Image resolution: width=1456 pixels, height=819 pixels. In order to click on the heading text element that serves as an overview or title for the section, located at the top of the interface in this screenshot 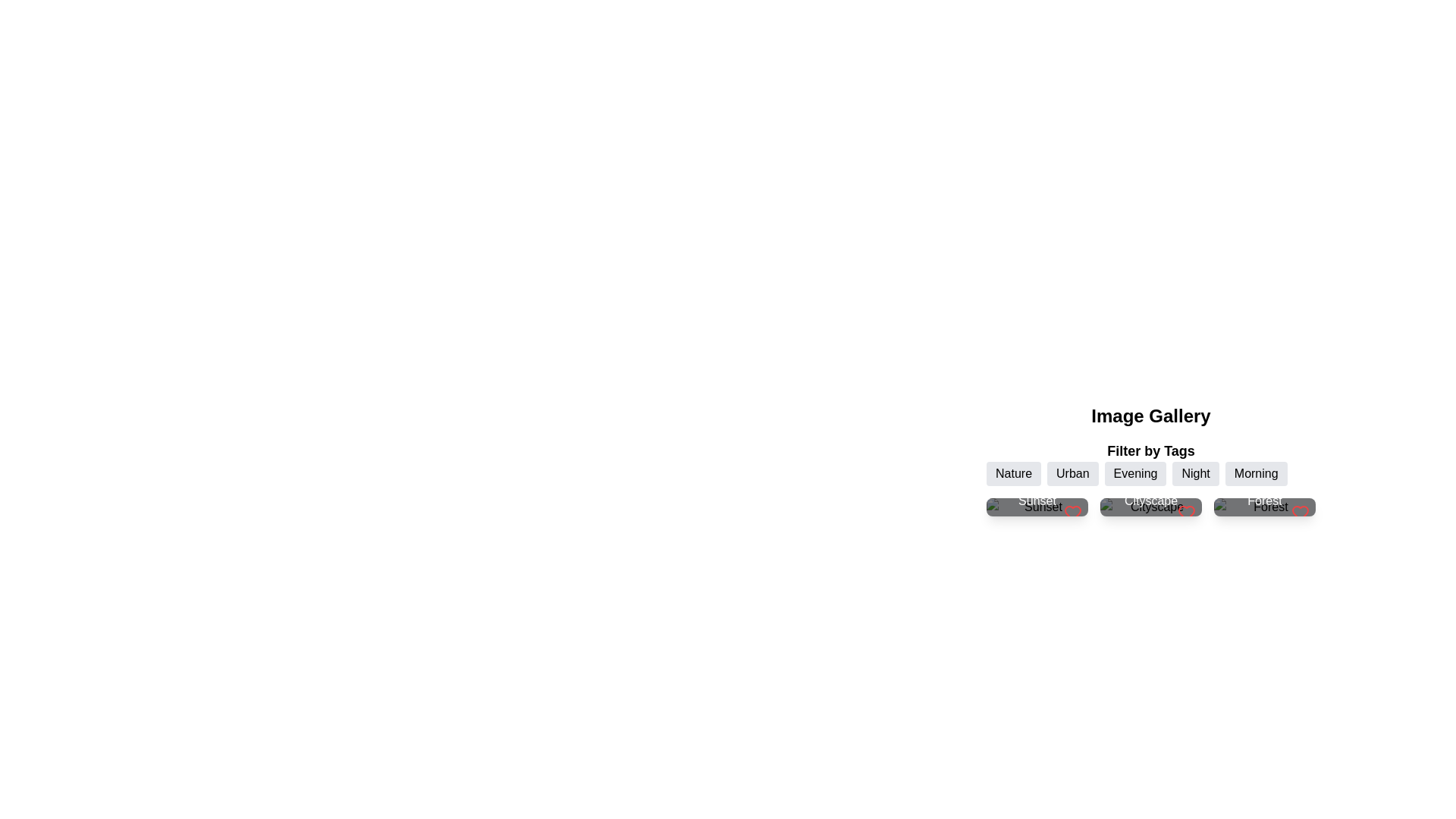, I will do `click(1150, 416)`.